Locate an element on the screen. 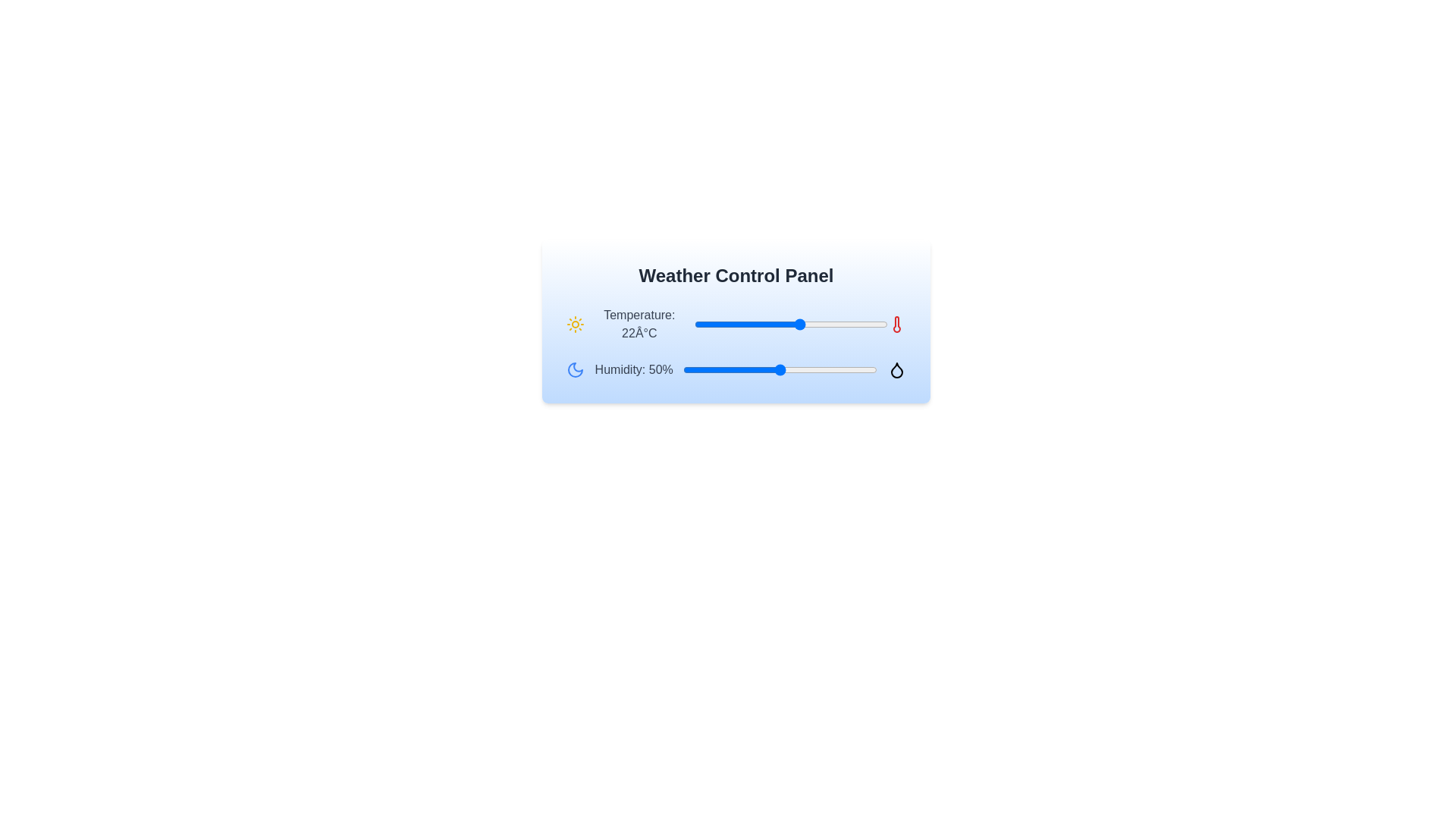  the humidity slider to set the humidity to 98% is located at coordinates (874, 370).